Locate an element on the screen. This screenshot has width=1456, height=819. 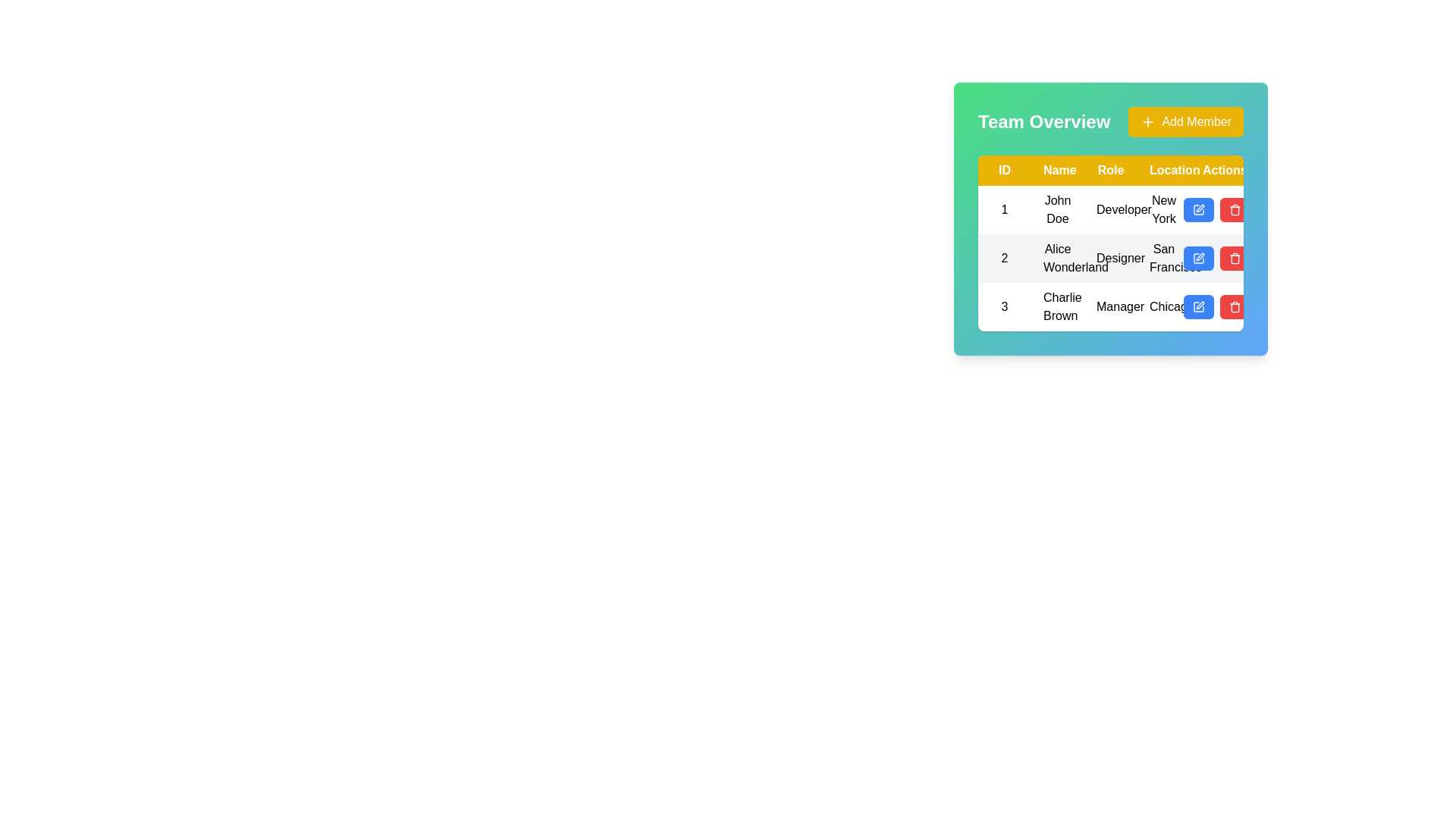
the first row of the 'Team Overview' table, which displays user details including ID, name, role, and location is located at coordinates (1110, 210).